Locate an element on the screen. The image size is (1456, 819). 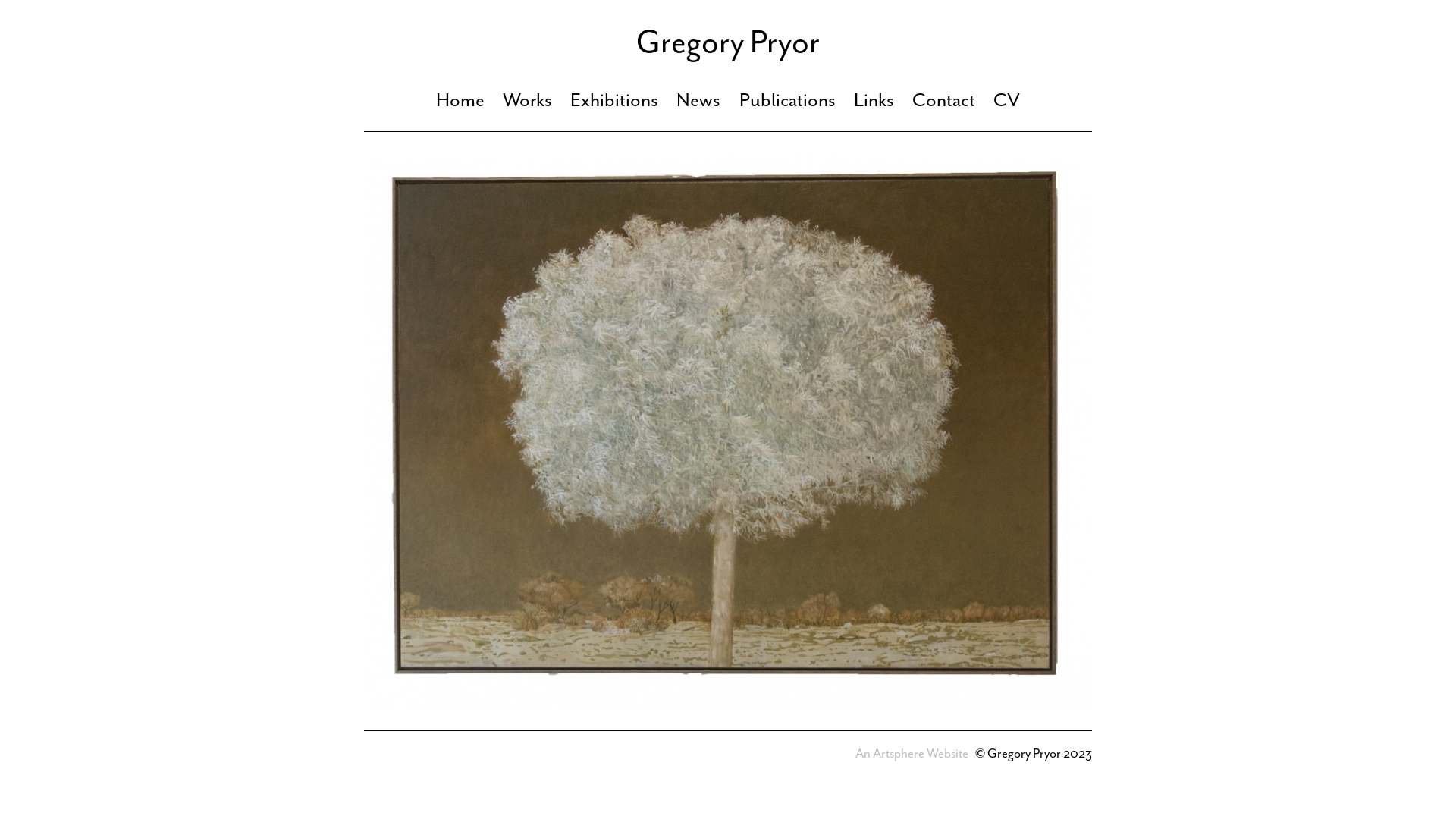
'Exhibitions' is located at coordinates (614, 99).